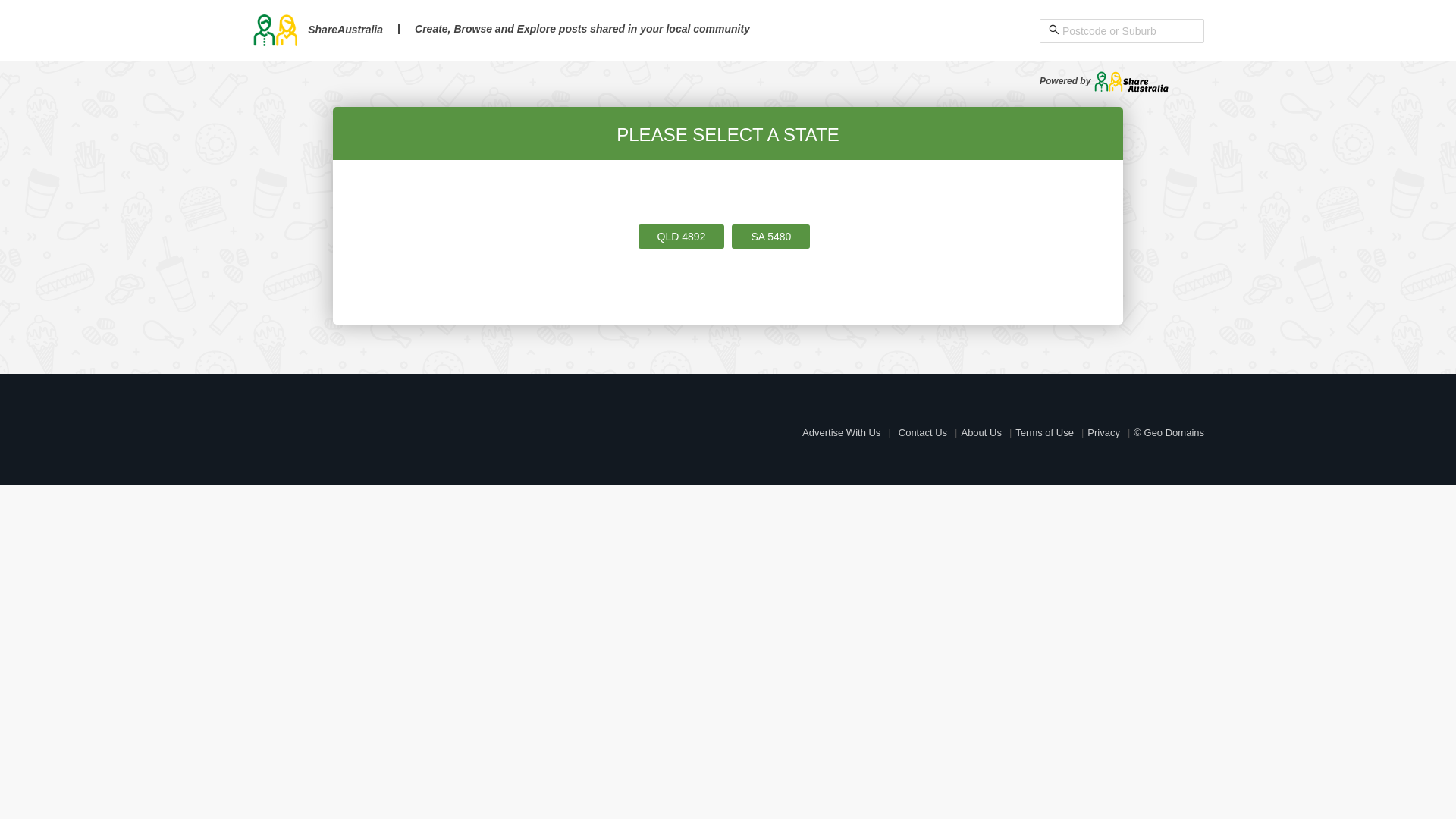 The image size is (1456, 819). Describe the element at coordinates (1104, 81) in the screenshot. I see `'Powered by'` at that location.